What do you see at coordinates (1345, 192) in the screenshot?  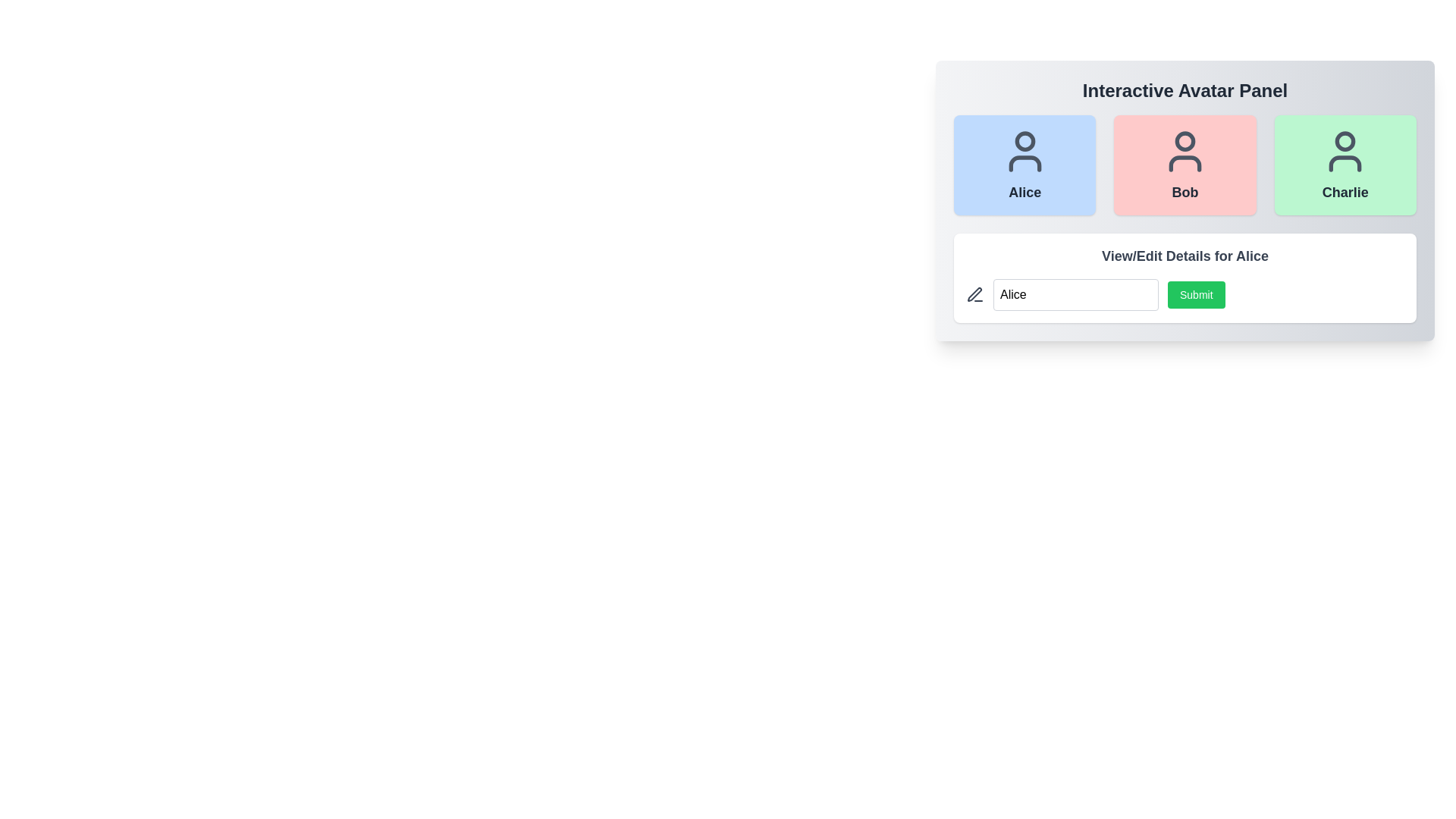 I see `the text label displaying the name 'Charlie' within the card in the 'Interactive Avatar Panel' interface` at bounding box center [1345, 192].